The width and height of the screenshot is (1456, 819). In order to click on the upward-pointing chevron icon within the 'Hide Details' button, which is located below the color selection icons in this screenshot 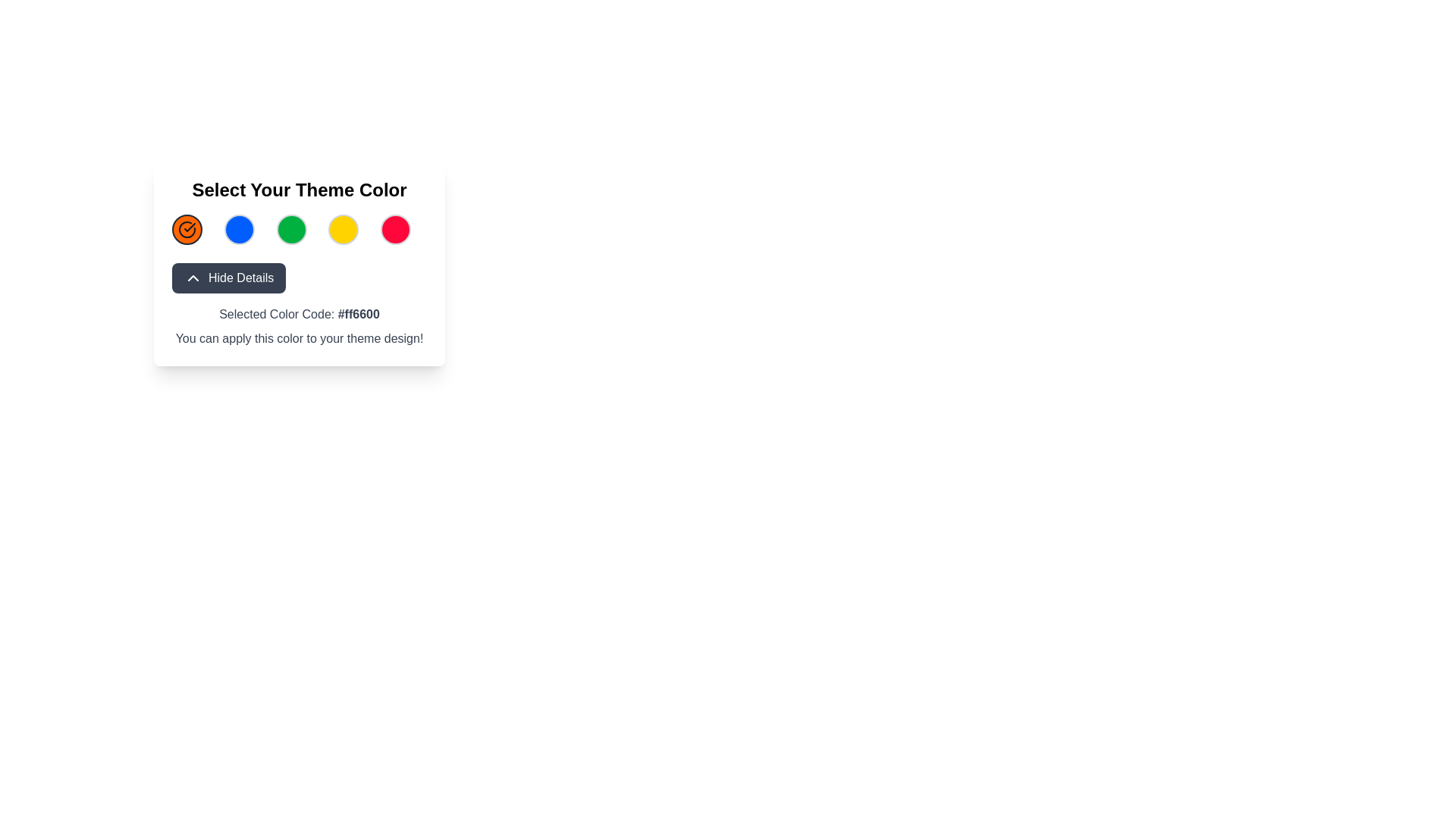, I will do `click(192, 278)`.